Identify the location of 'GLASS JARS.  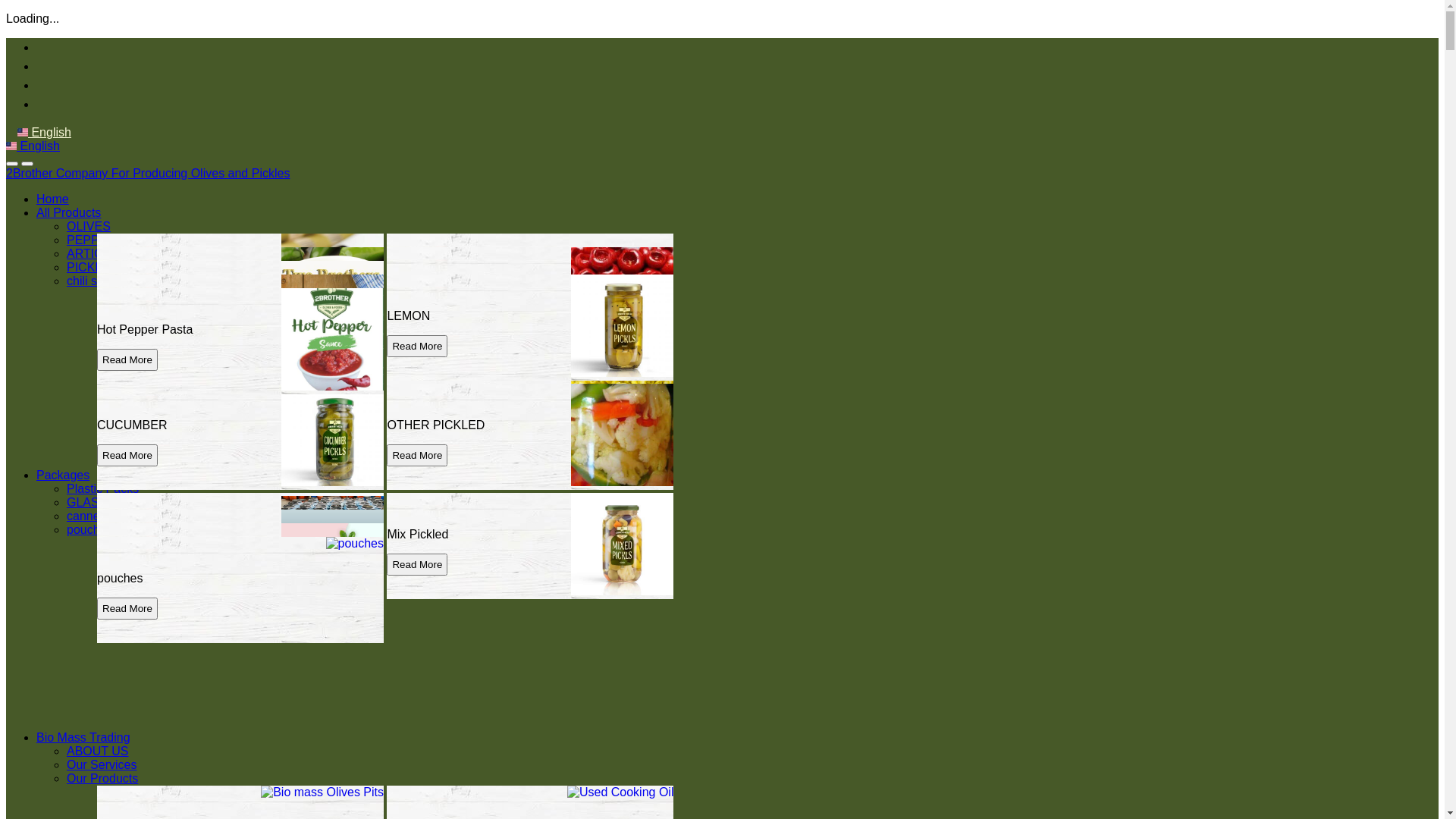
(96, 562).